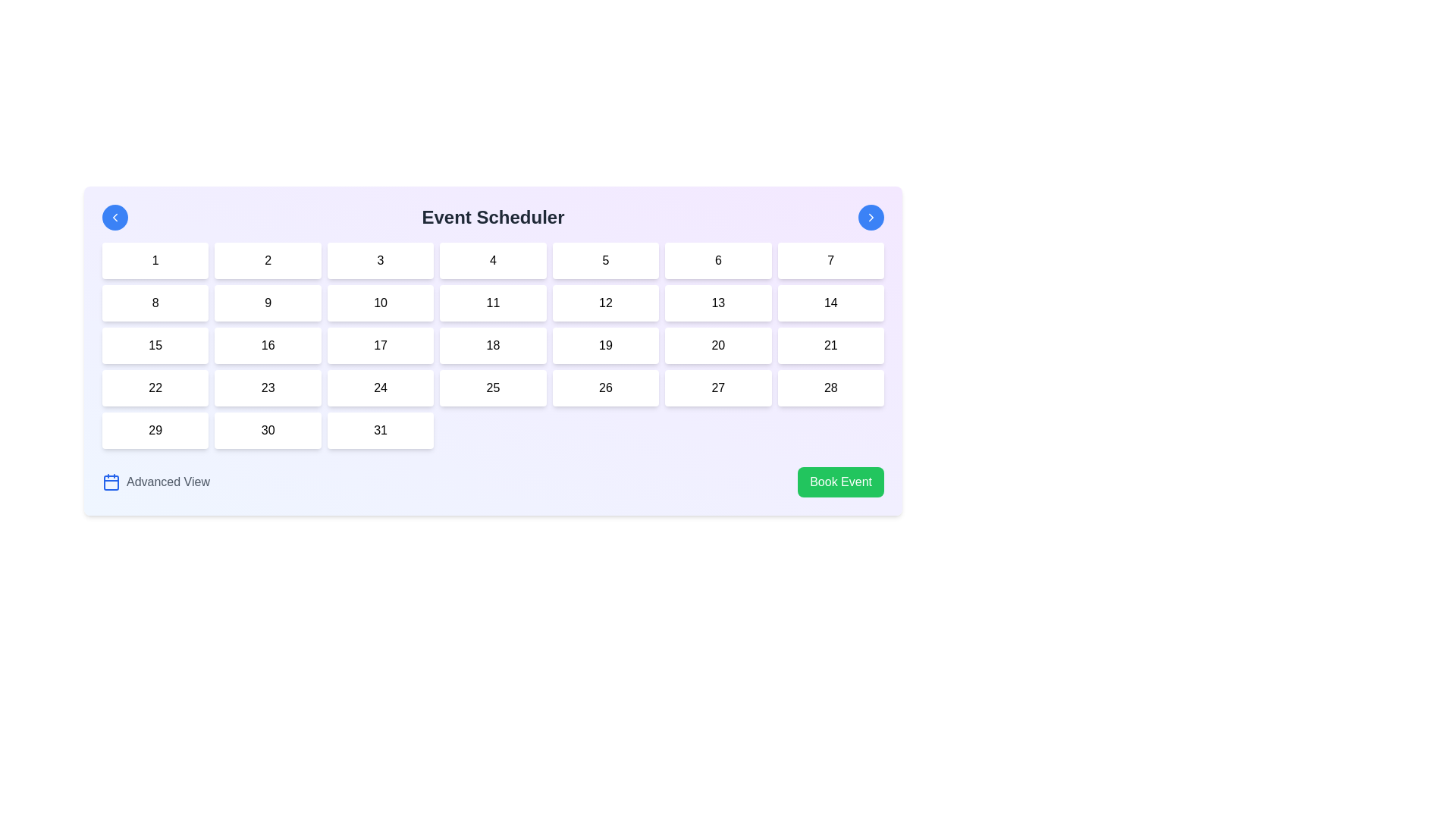  Describe the element at coordinates (717, 303) in the screenshot. I see `the button for the 13th day in the calendar interface located in the second row and sixth column of a 7-column grid` at that location.